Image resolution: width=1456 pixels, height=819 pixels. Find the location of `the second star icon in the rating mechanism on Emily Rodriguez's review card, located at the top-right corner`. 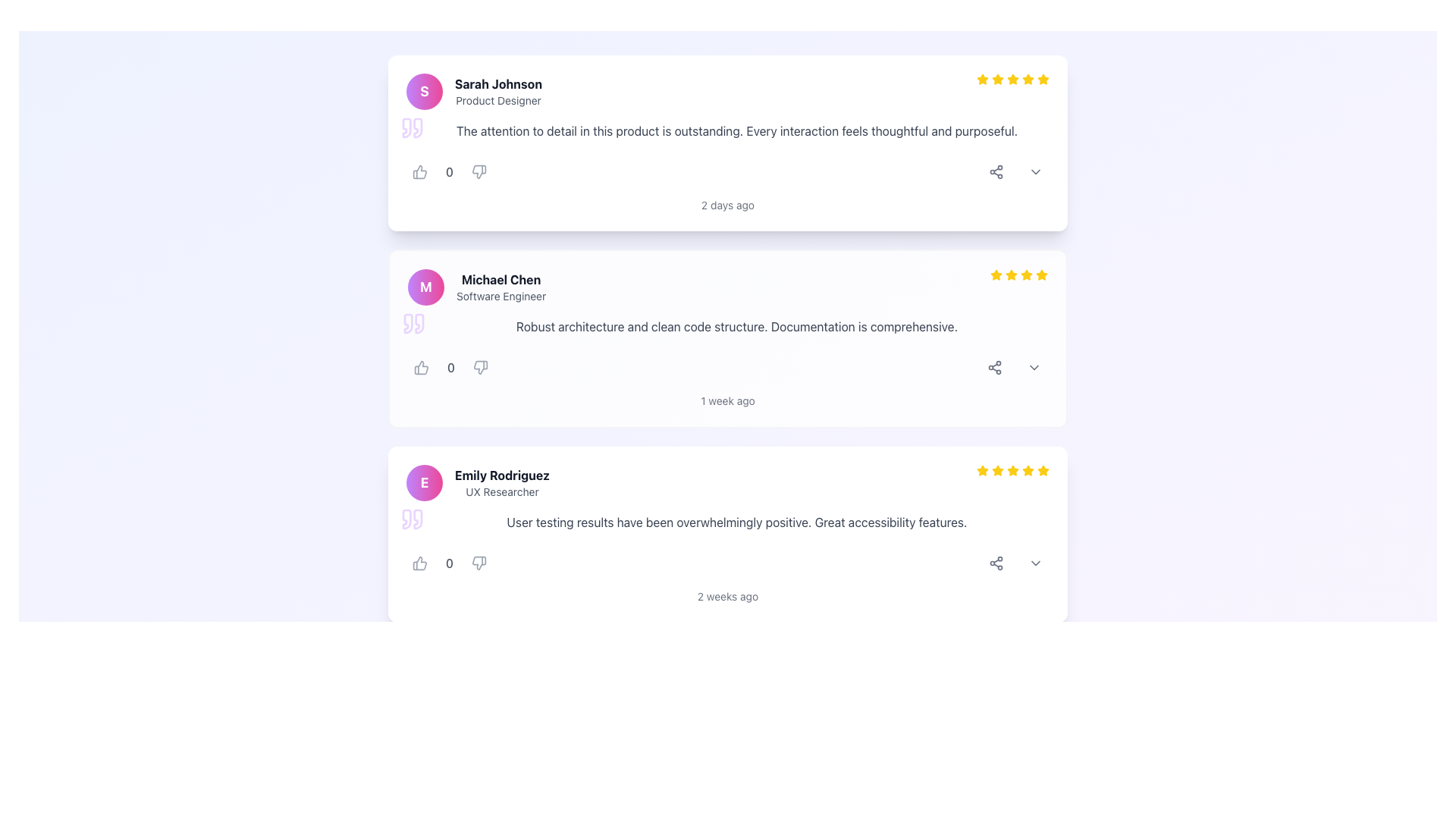

the second star icon in the rating mechanism on Emily Rodriguez's review card, located at the top-right corner is located at coordinates (997, 469).